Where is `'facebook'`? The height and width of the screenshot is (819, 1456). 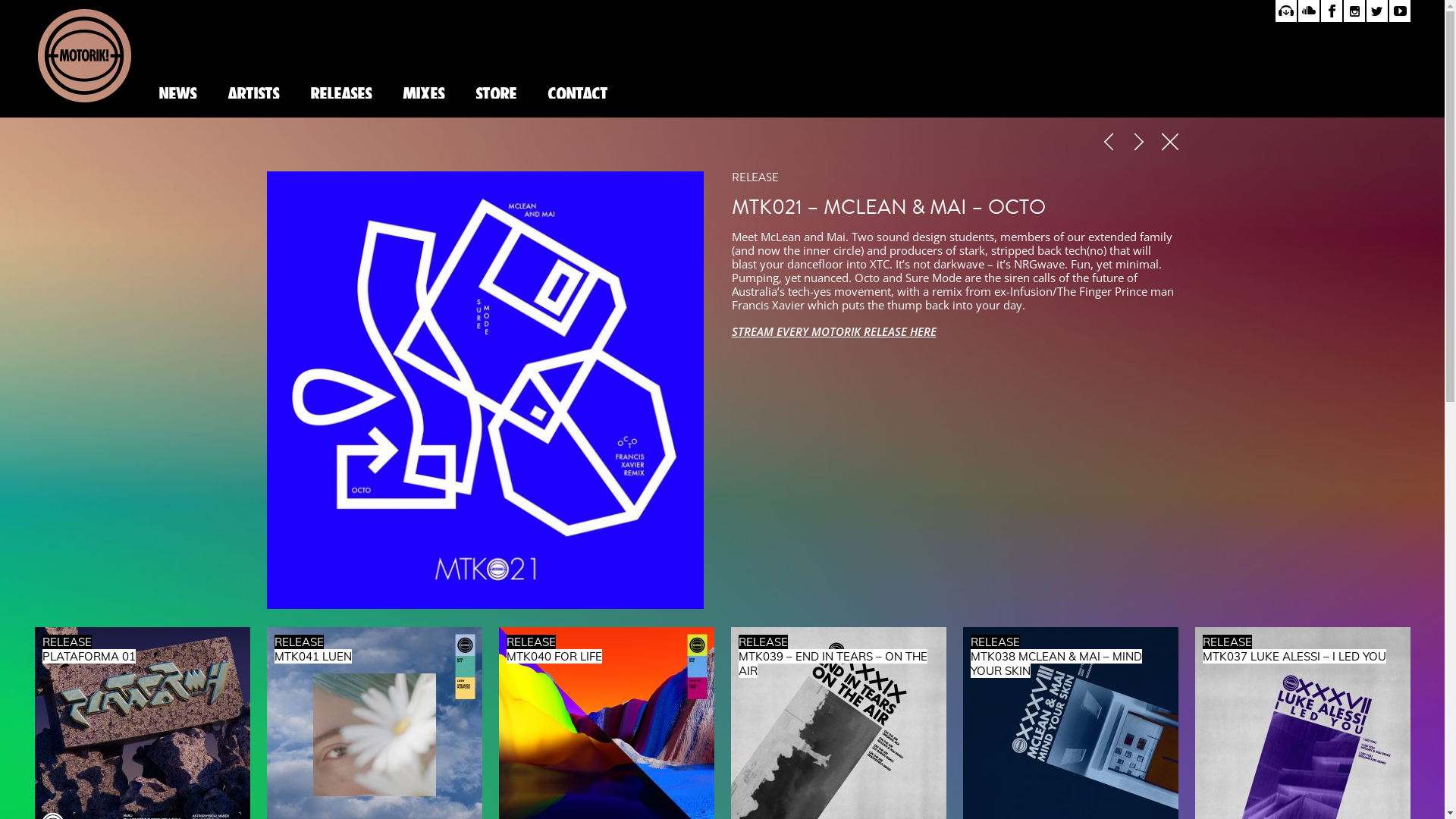
'facebook' is located at coordinates (1320, 11).